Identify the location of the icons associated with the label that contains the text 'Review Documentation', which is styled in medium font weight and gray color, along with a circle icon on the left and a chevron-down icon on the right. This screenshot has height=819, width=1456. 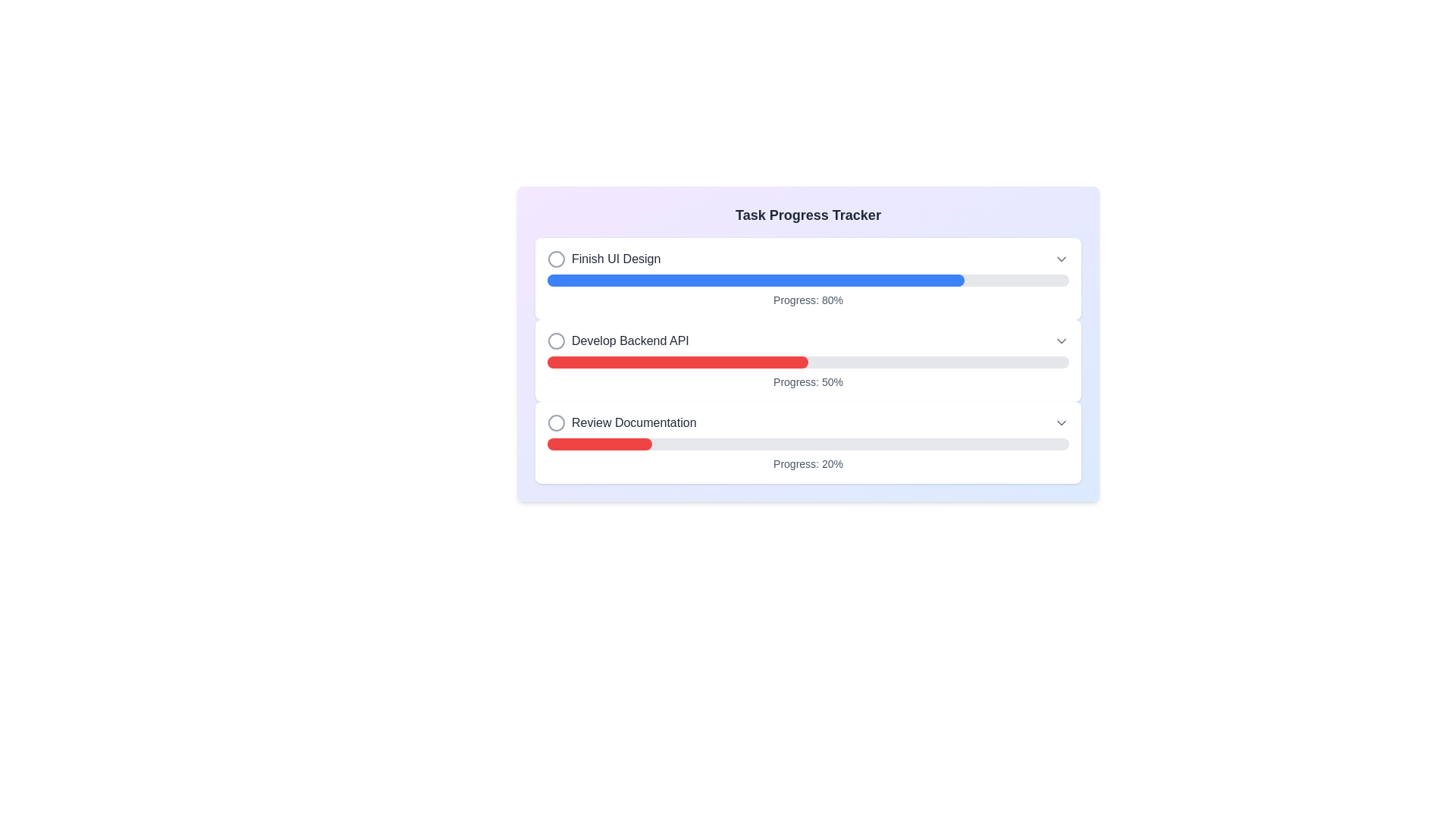
(807, 423).